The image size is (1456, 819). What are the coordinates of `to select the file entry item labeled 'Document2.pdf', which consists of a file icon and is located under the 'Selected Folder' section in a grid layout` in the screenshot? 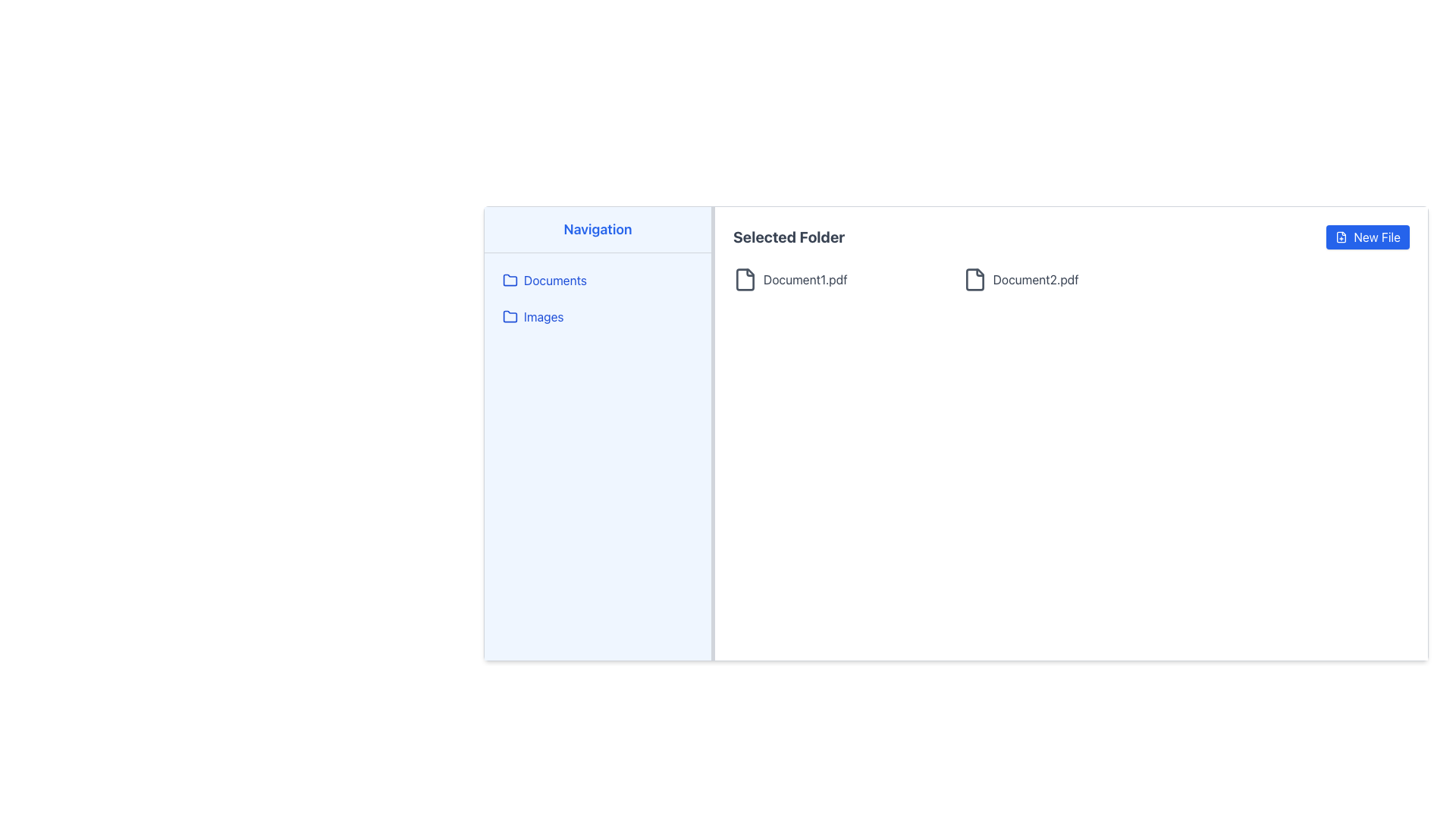 It's located at (1070, 280).